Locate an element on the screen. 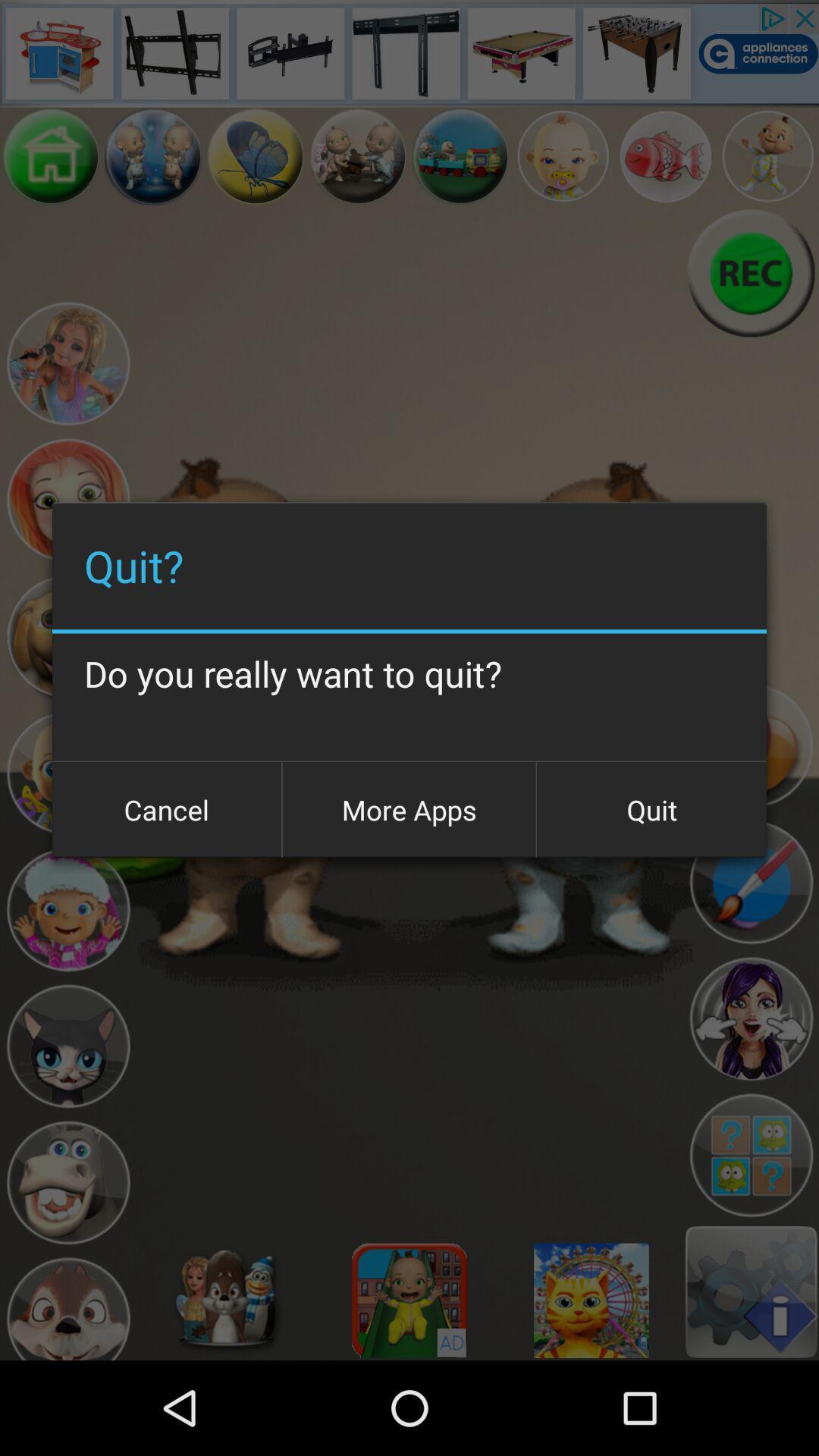 Image resolution: width=819 pixels, height=1456 pixels. shows home icon is located at coordinates (50, 156).